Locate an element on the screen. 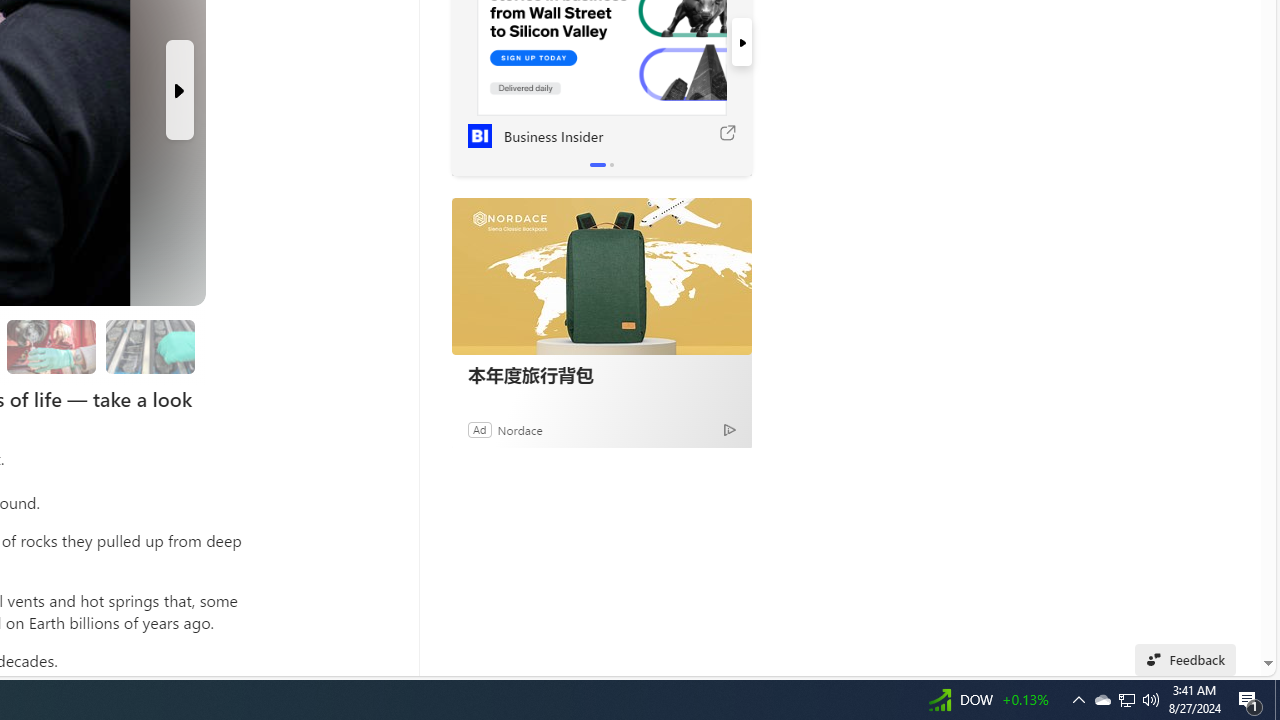  'Next Slide' is located at coordinates (179, 90).